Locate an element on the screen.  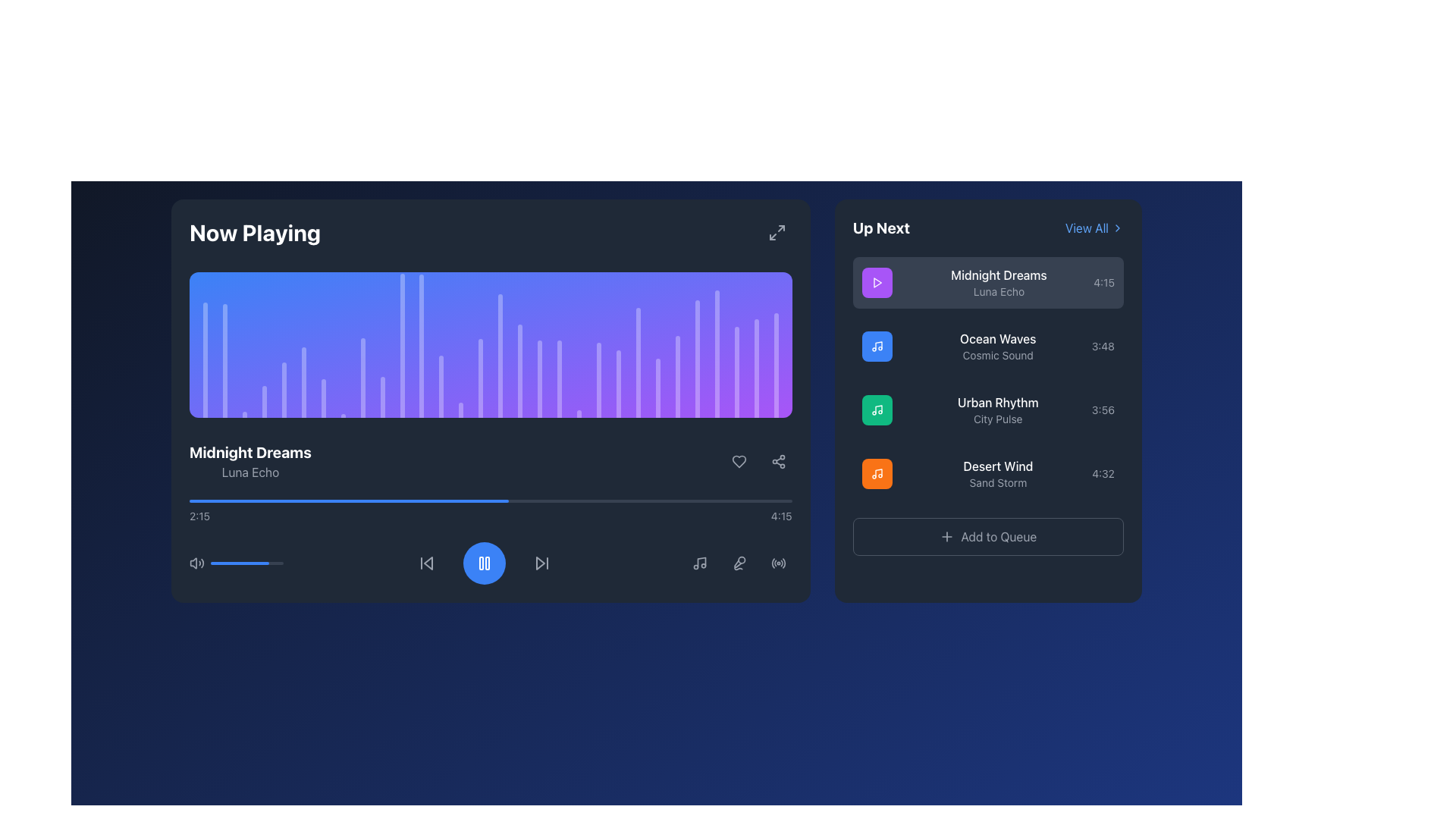
the progress bar located in the 'Now Playing' section beneath the track title 'Midnight Dreams' to jump to a specific time is located at coordinates (491, 512).